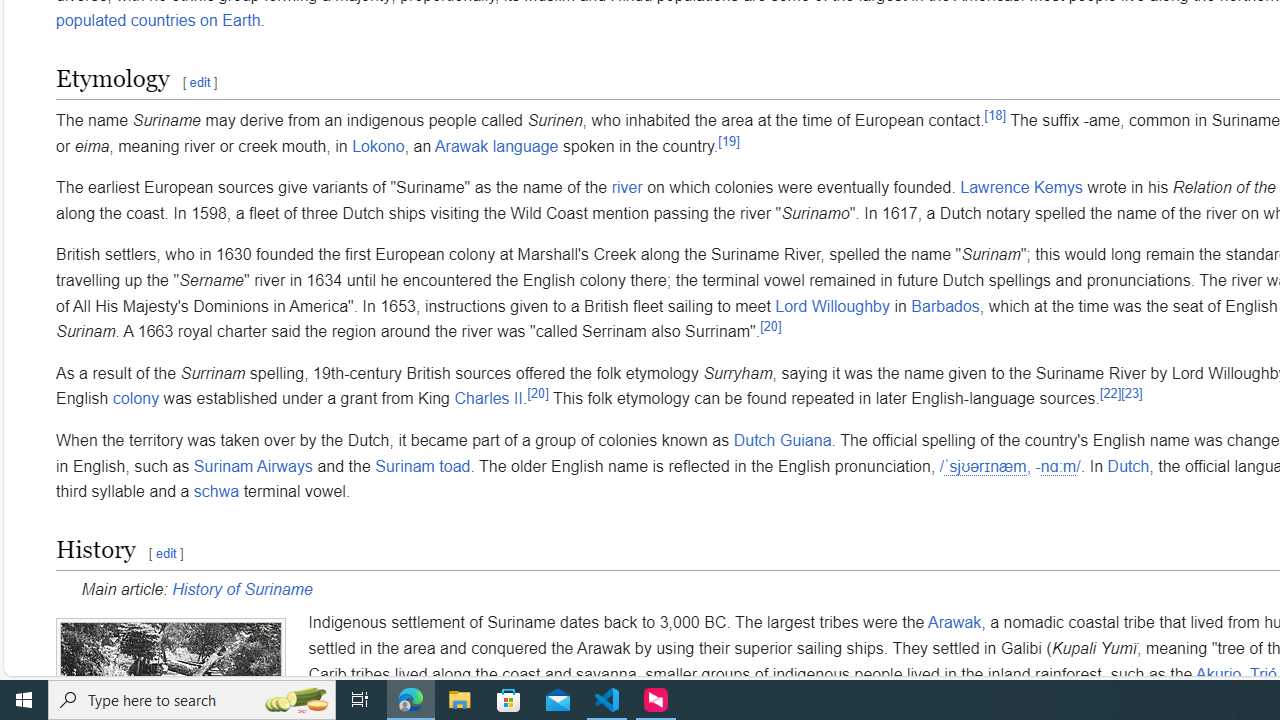  I want to click on 'Surinam toad', so click(422, 466).